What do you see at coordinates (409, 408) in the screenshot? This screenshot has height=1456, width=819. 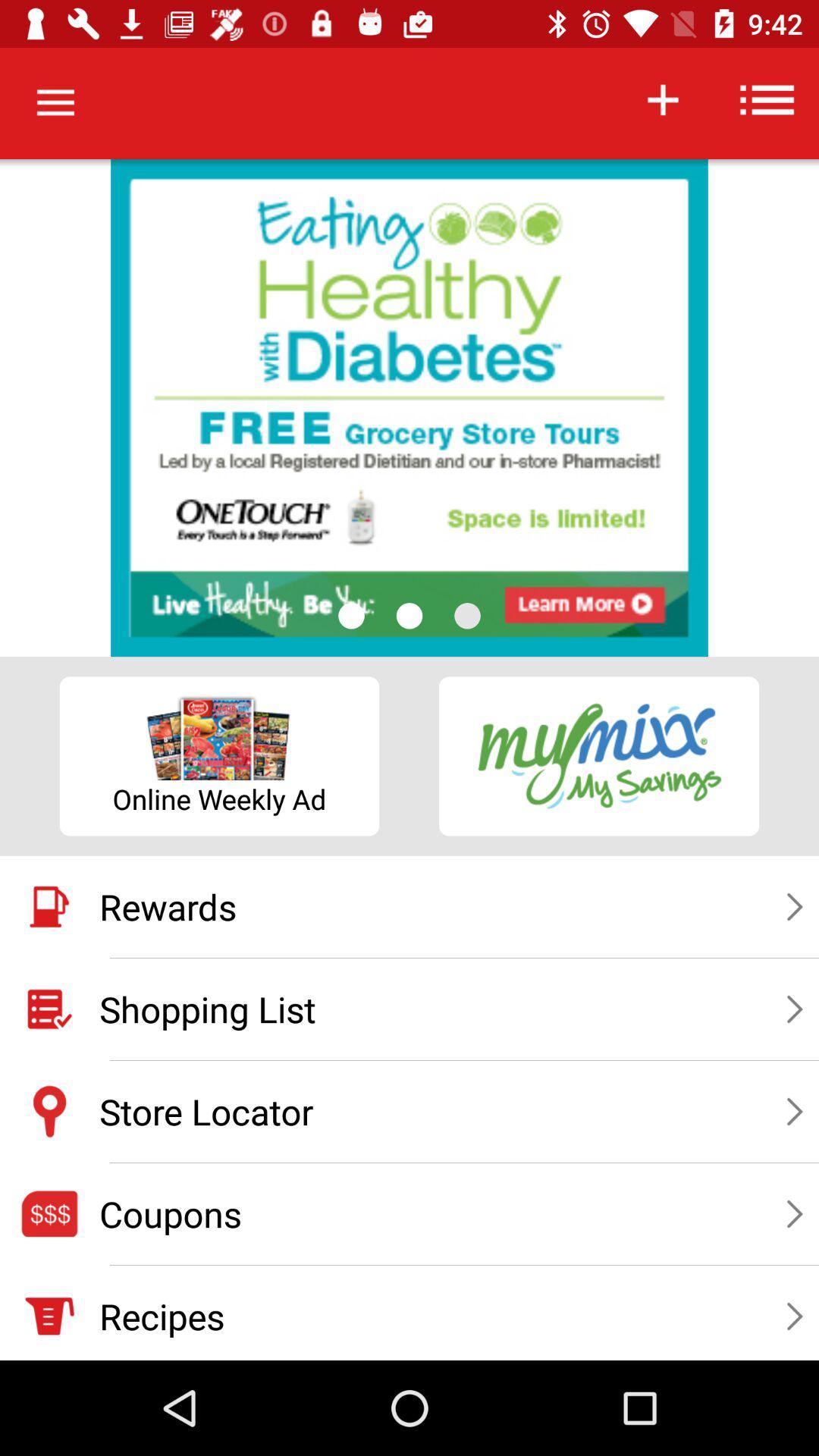 I see `advertisement` at bounding box center [409, 408].